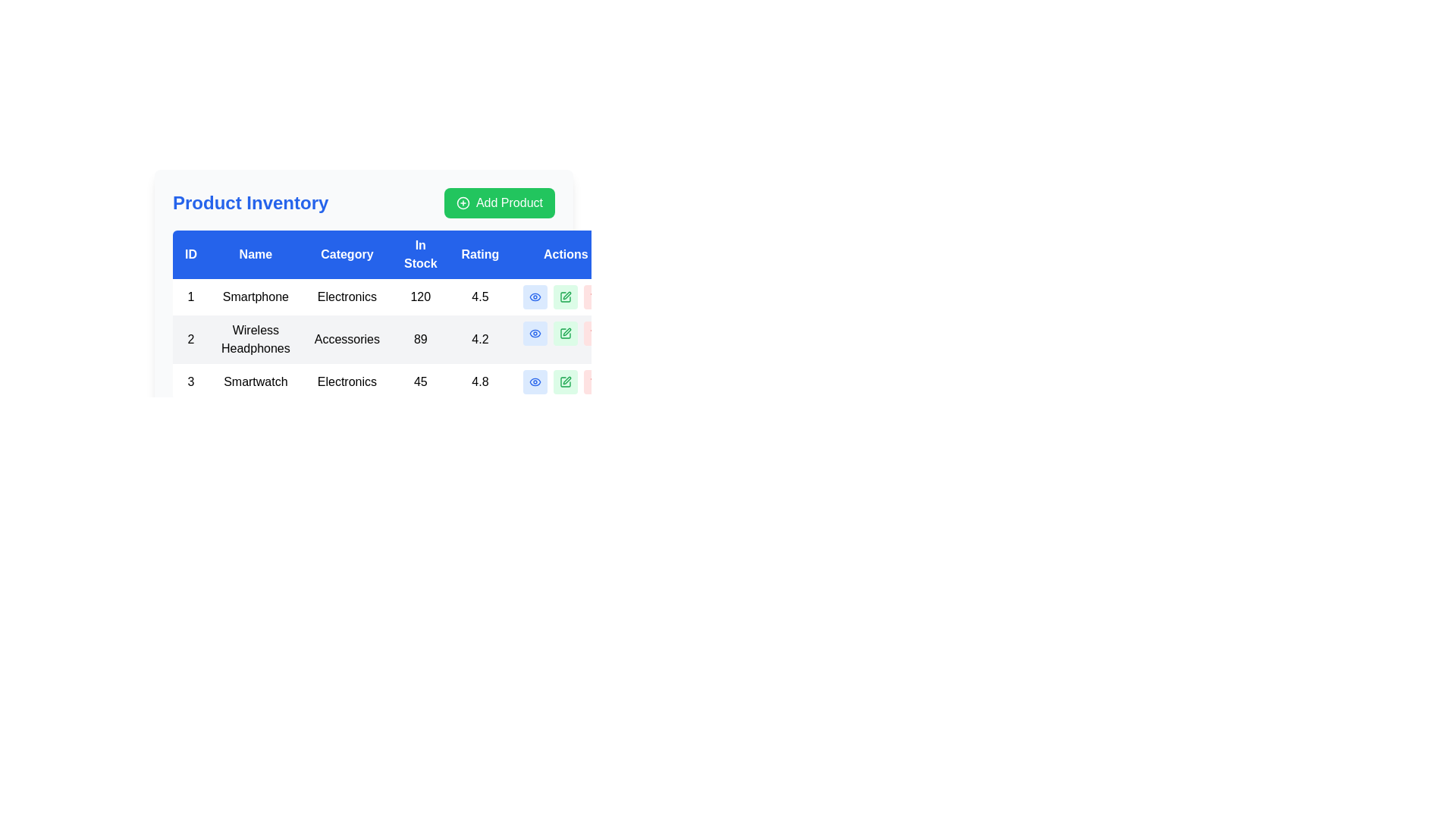 The height and width of the screenshot is (819, 1456). What do you see at coordinates (420, 297) in the screenshot?
I see `the table cell in the first row and fourth column labeled 'In Stock'` at bounding box center [420, 297].